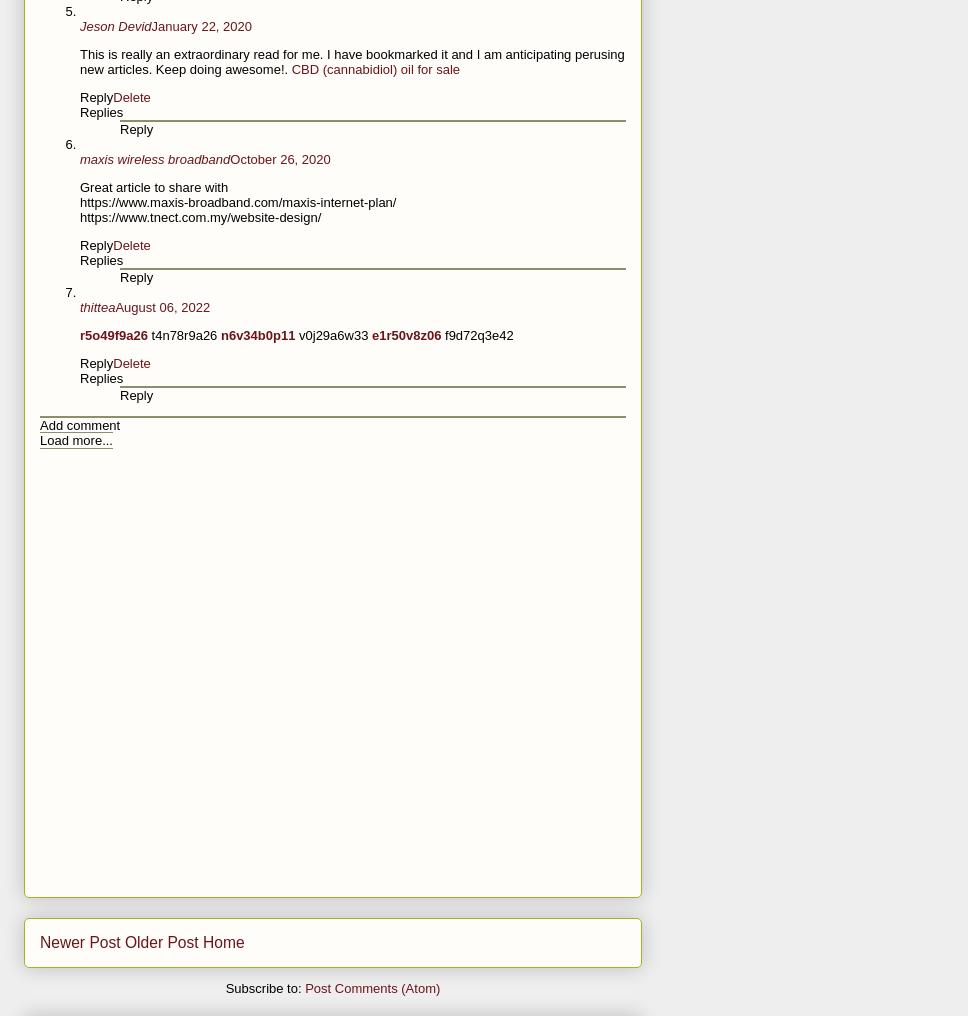 The image size is (968, 1016). What do you see at coordinates (265, 988) in the screenshot?
I see `'Subscribe to:'` at bounding box center [265, 988].